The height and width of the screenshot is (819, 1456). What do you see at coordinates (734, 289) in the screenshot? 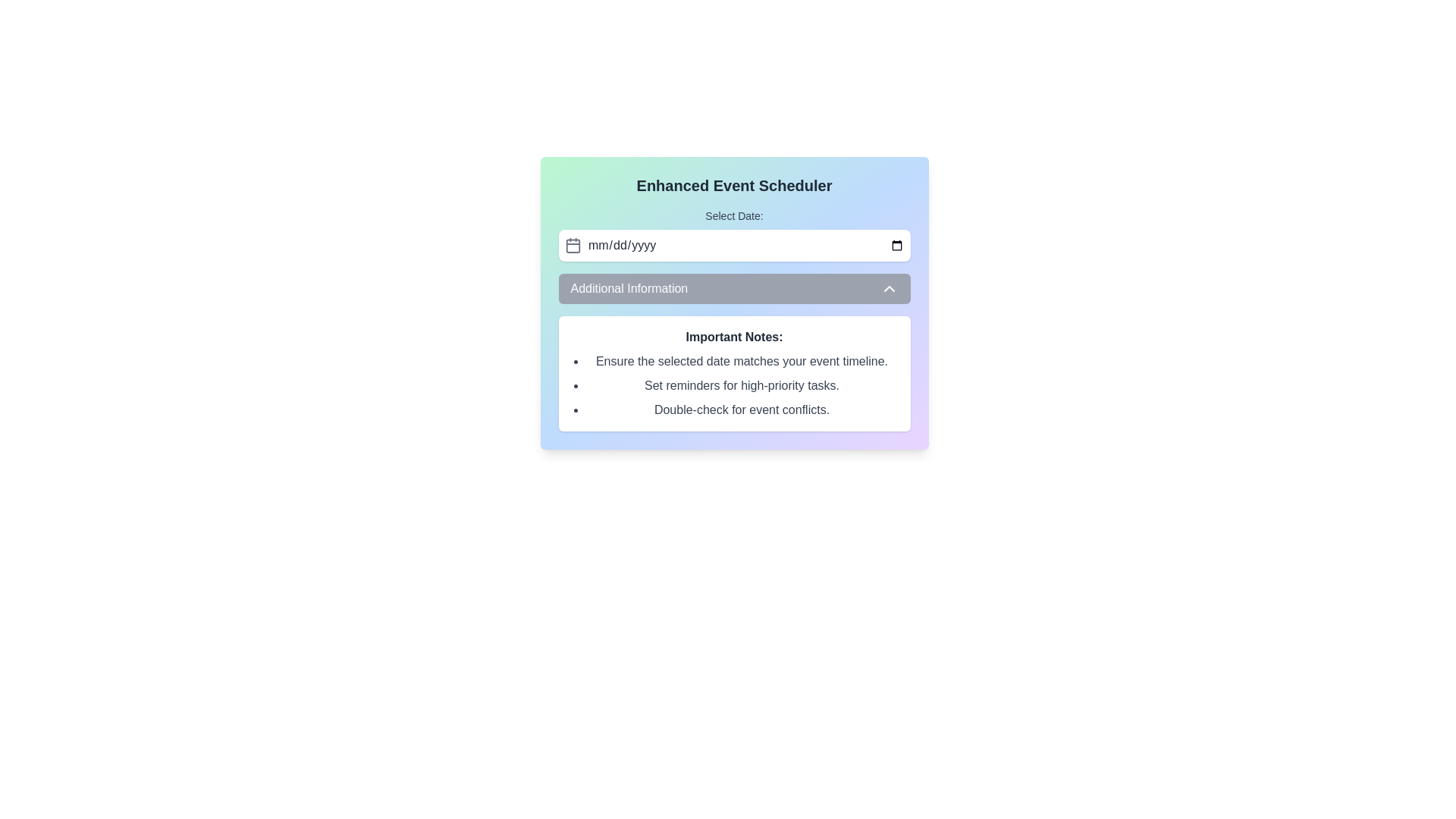
I see `the toggle button located below the 'Select Date' section and above the 'Important Notes' section` at bounding box center [734, 289].